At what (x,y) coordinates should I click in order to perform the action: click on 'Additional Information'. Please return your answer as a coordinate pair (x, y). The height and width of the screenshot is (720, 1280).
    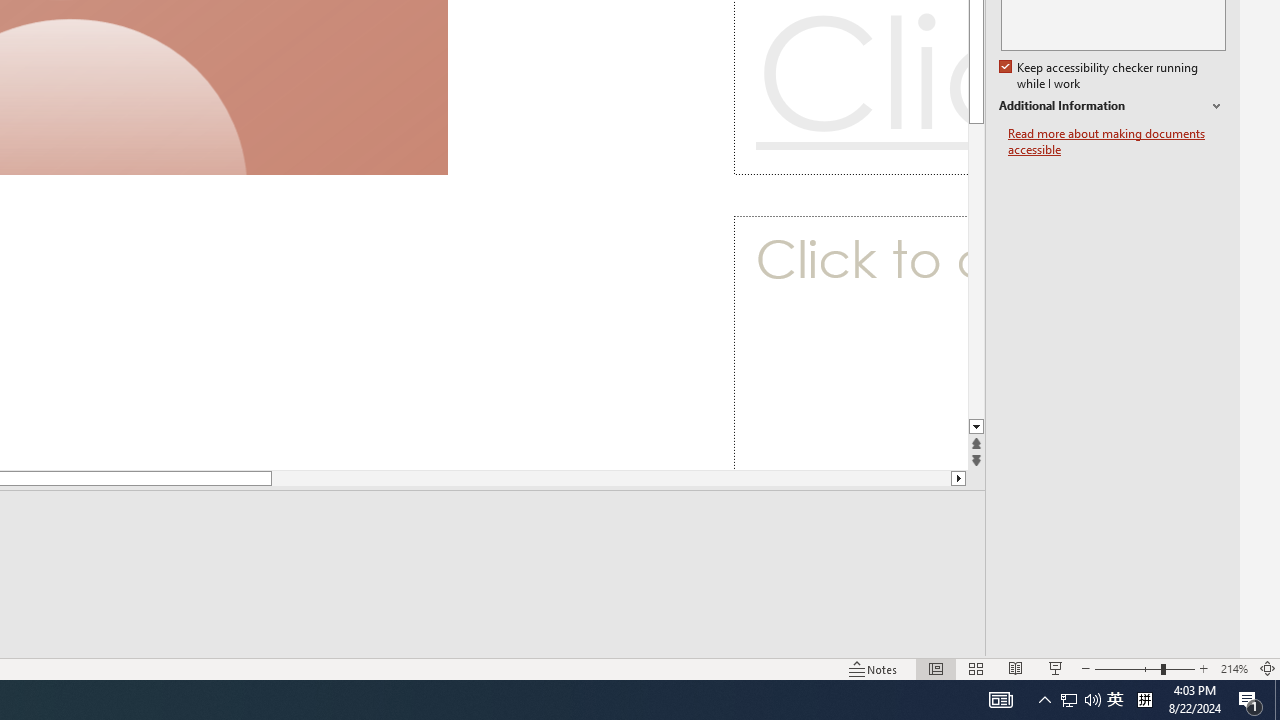
    Looking at the image, I should click on (1111, 106).